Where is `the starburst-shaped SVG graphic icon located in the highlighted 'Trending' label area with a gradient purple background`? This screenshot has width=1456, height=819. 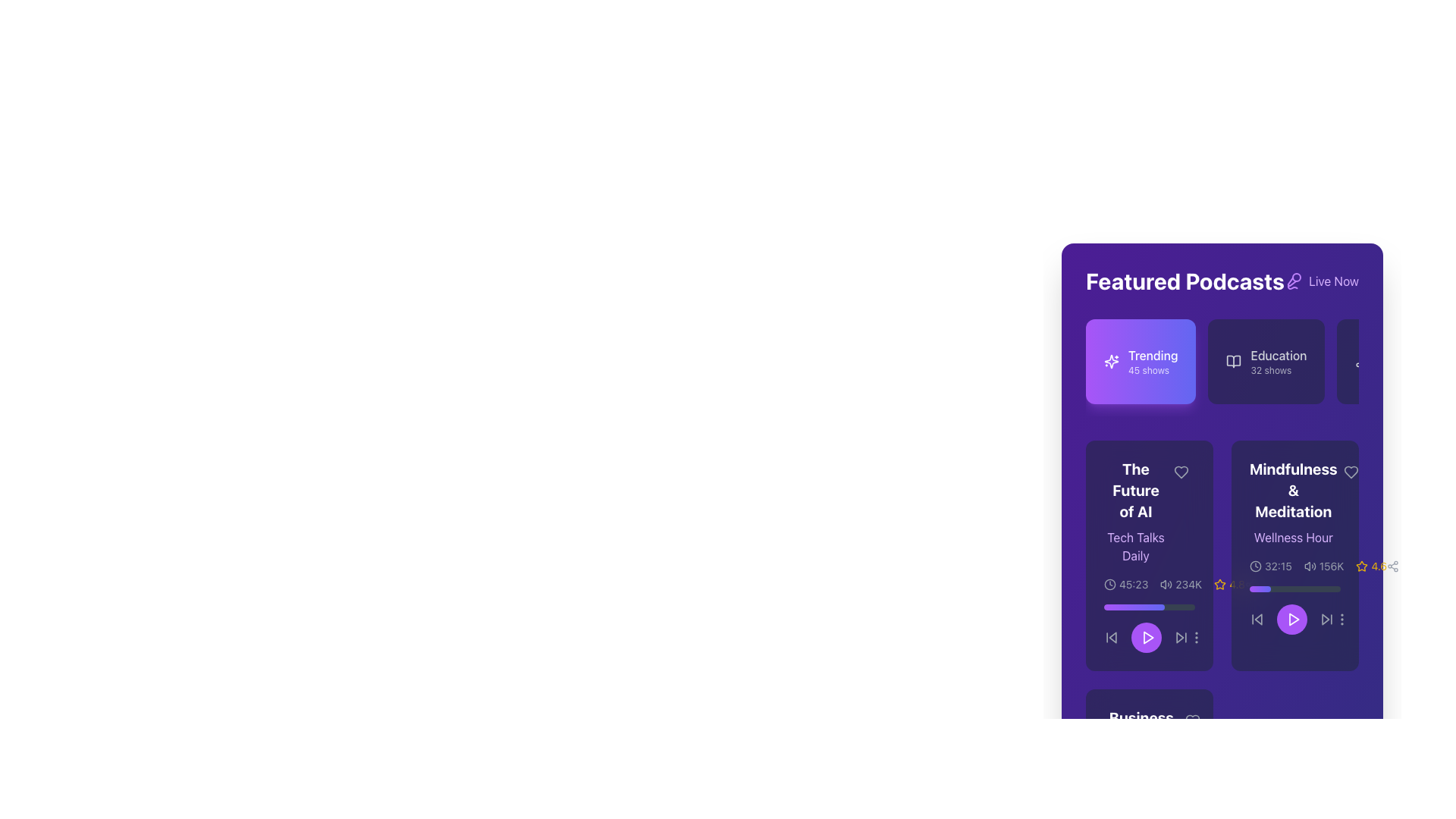
the starburst-shaped SVG graphic icon located in the highlighted 'Trending' label area with a gradient purple background is located at coordinates (1111, 362).